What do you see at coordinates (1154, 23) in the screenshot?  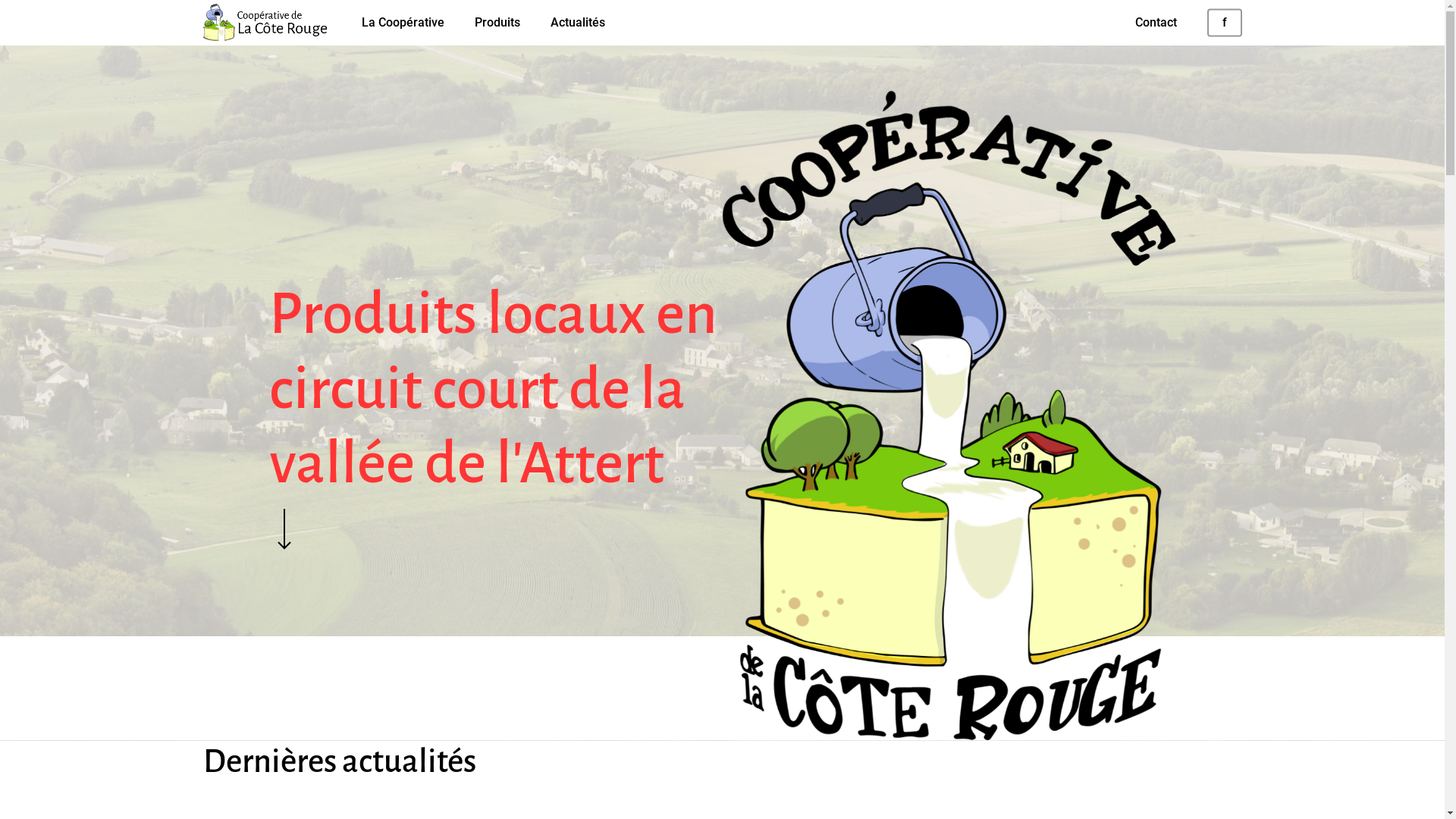 I see `'Contact'` at bounding box center [1154, 23].